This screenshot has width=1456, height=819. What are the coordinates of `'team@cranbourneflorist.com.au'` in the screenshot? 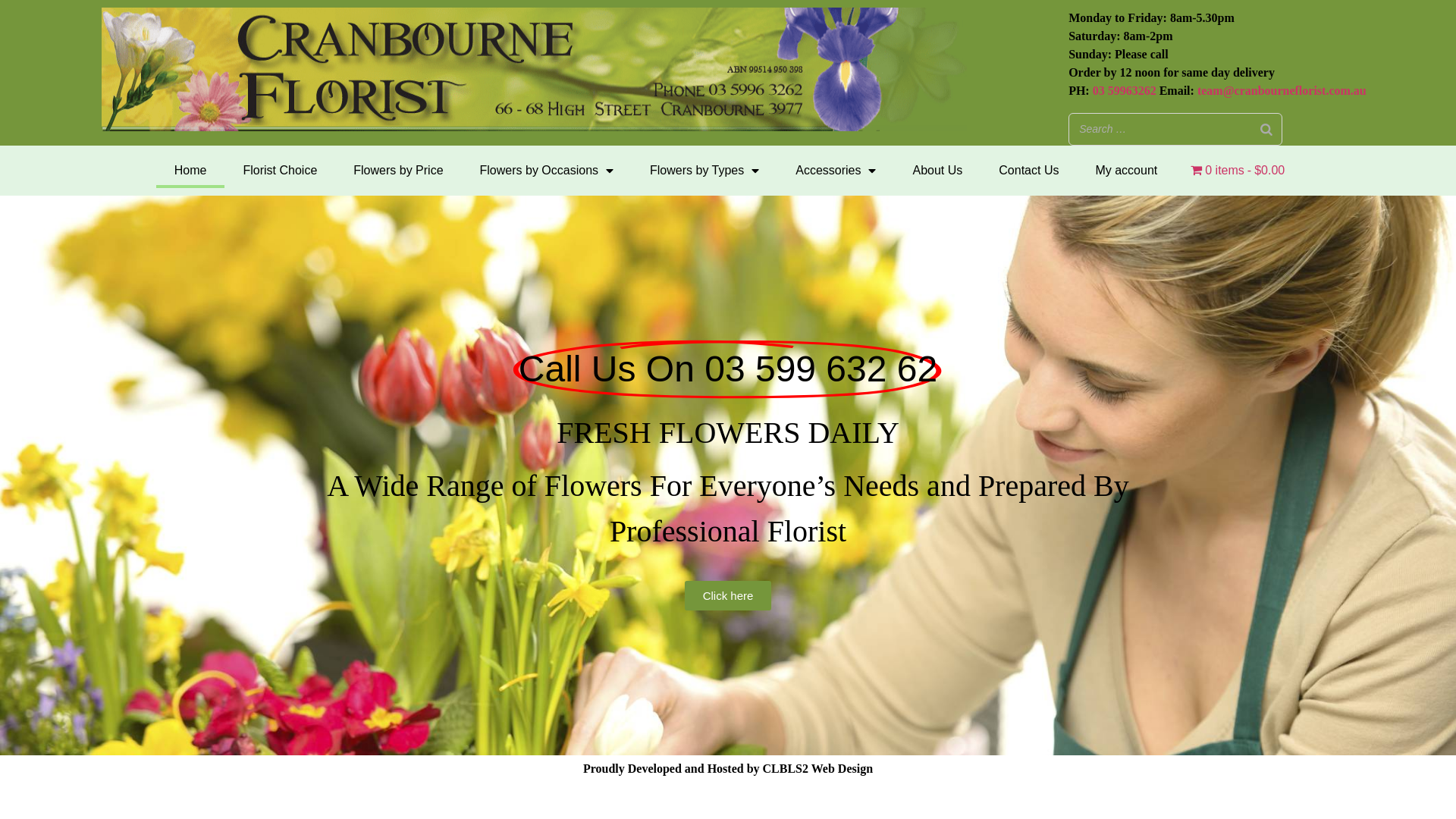 It's located at (1281, 90).